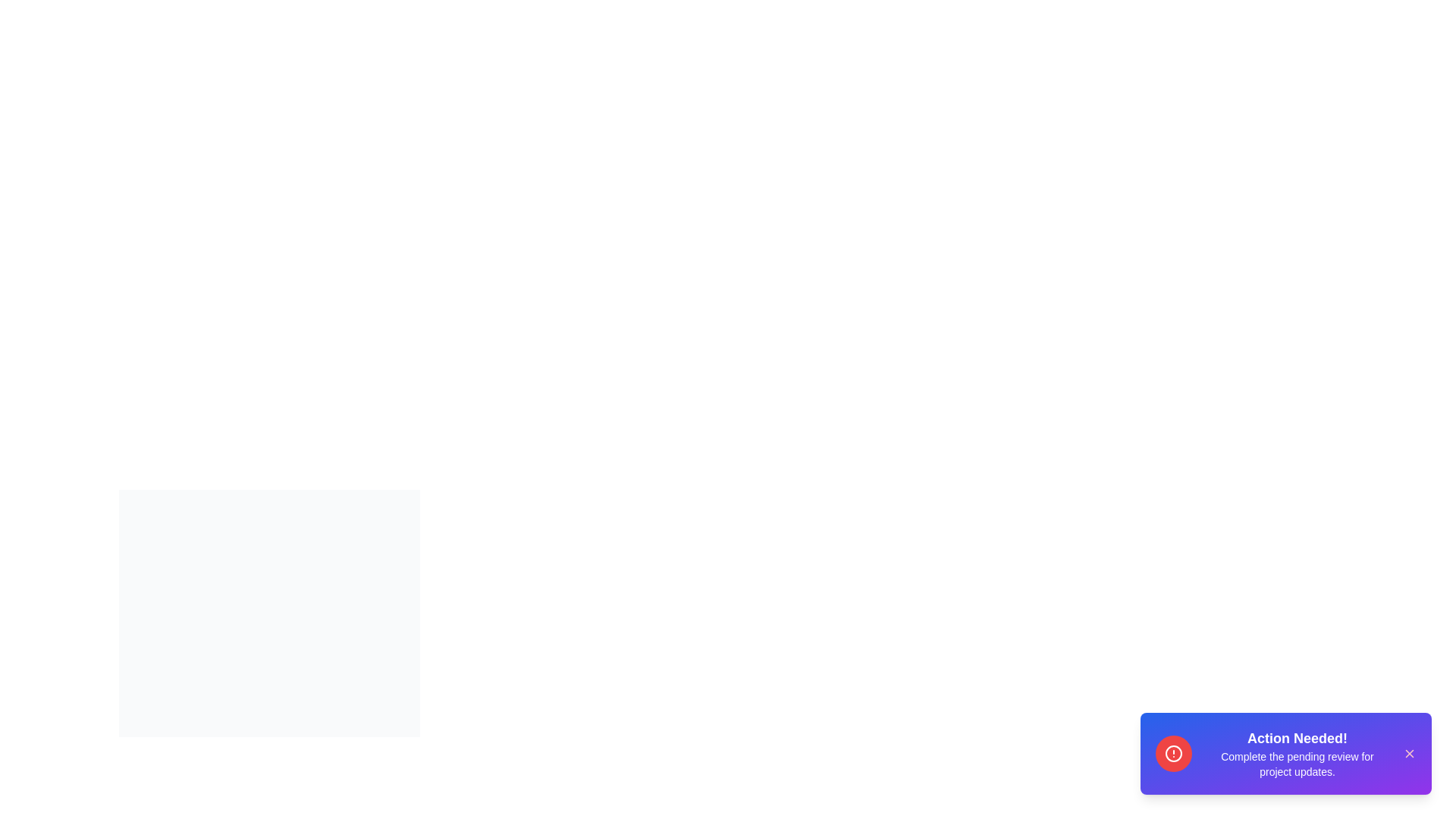  I want to click on close button in the snackbar to hide it, so click(1408, 754).